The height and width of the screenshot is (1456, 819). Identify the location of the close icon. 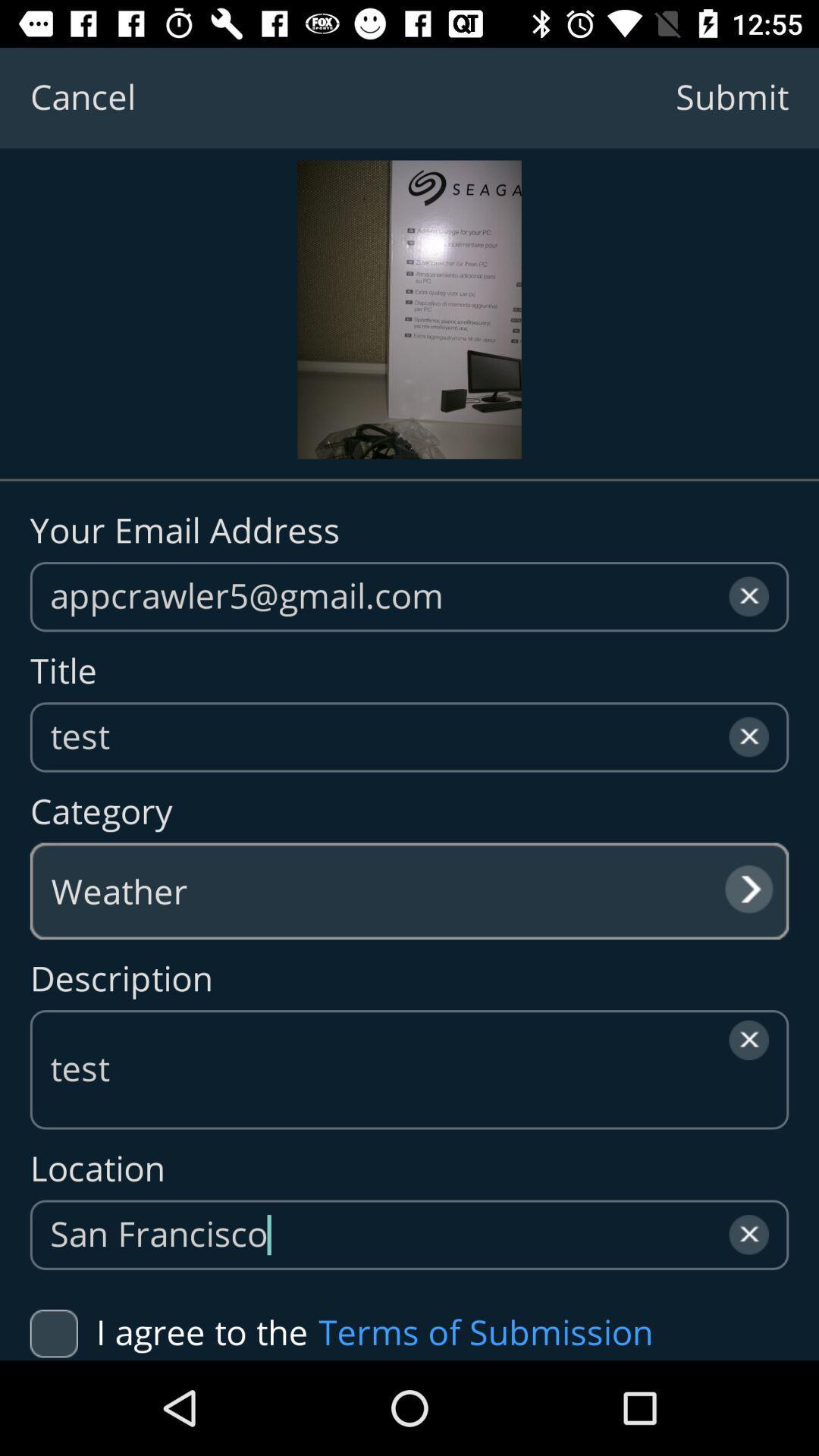
(748, 1235).